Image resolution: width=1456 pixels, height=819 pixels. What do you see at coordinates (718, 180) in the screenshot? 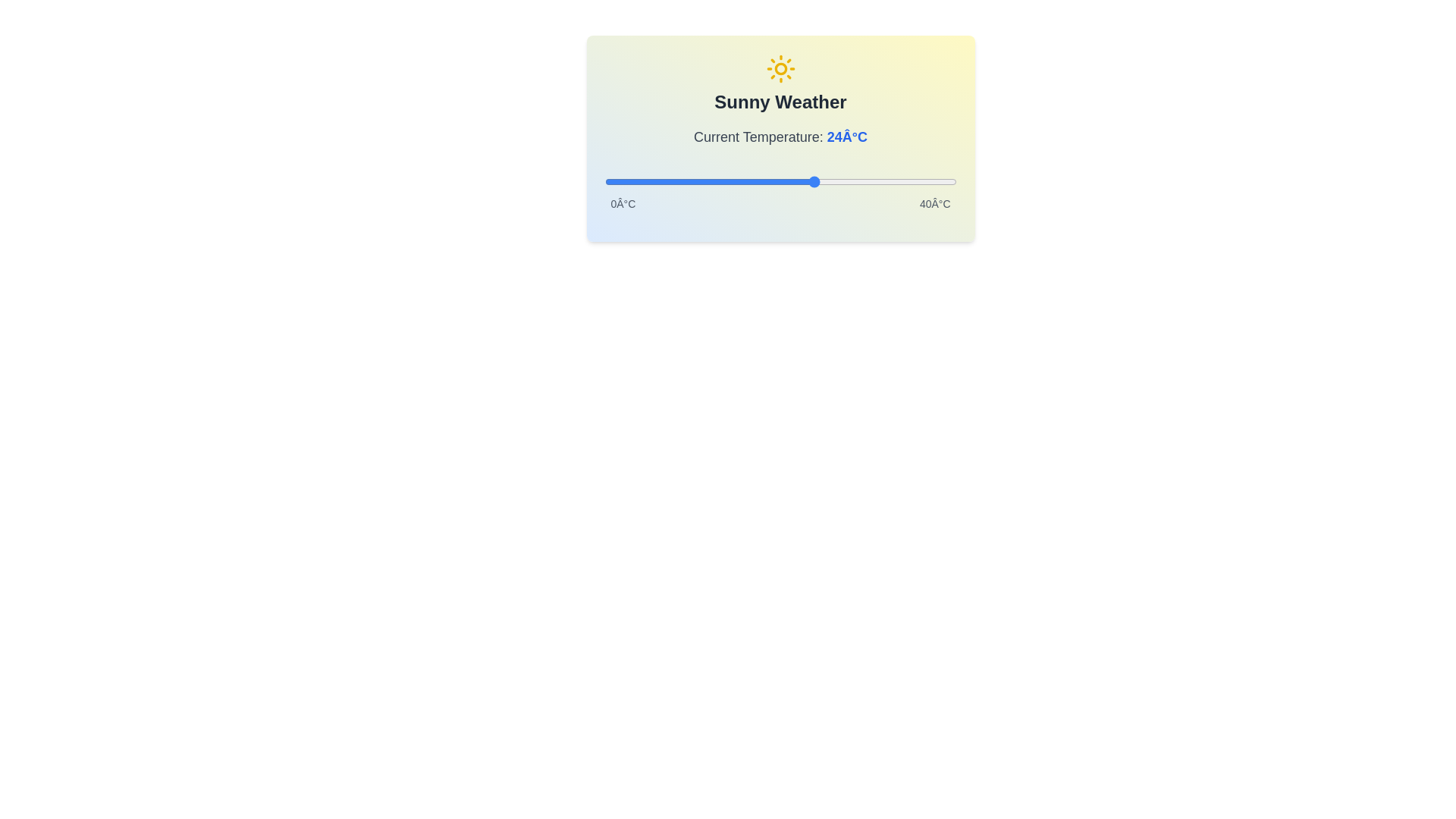
I see `the temperature` at bounding box center [718, 180].